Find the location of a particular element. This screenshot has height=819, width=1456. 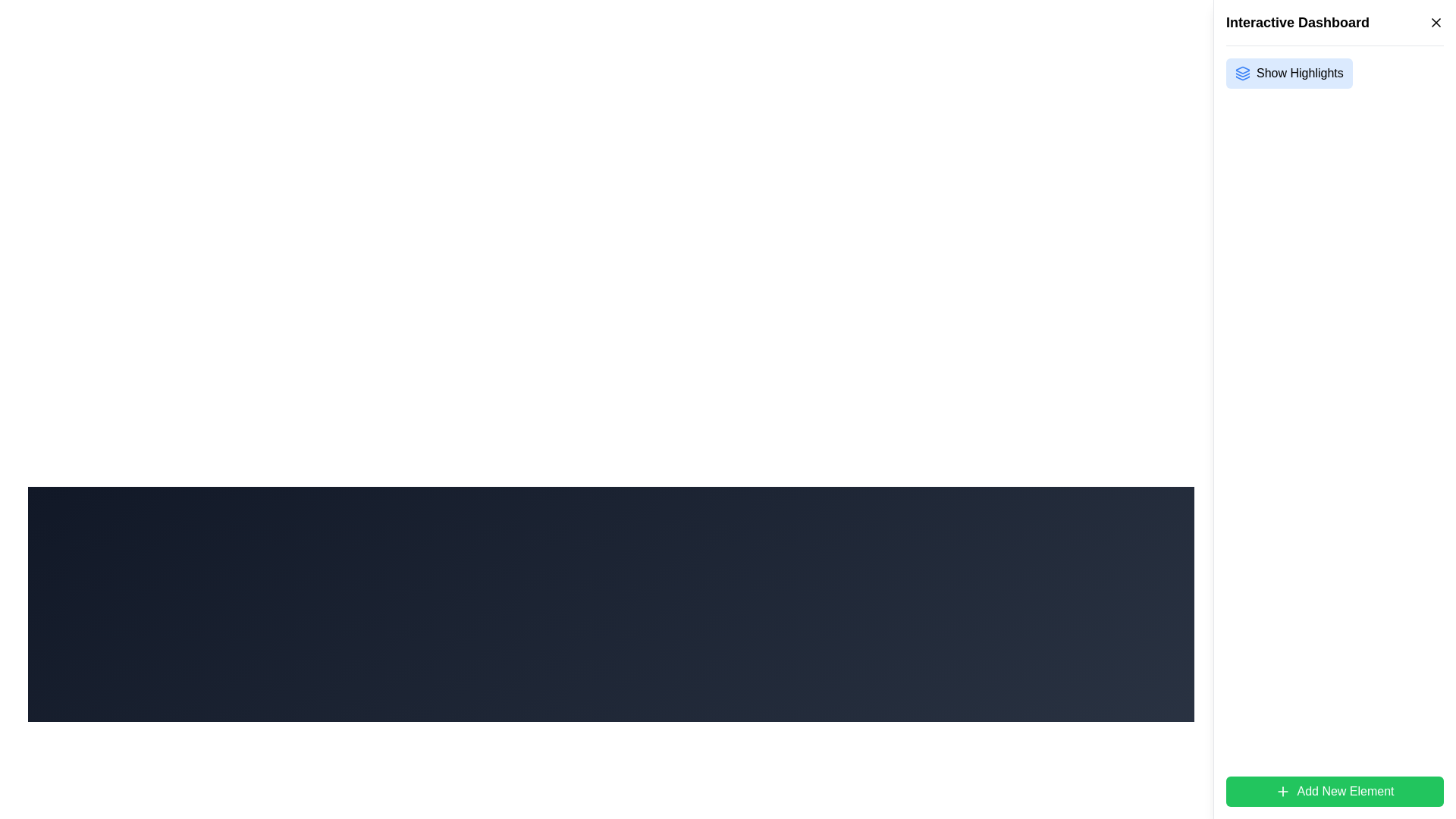

the close button icon (styled as an 'X') located at the top-right corner of the 'Interactive Dashboard' section is located at coordinates (1436, 23).